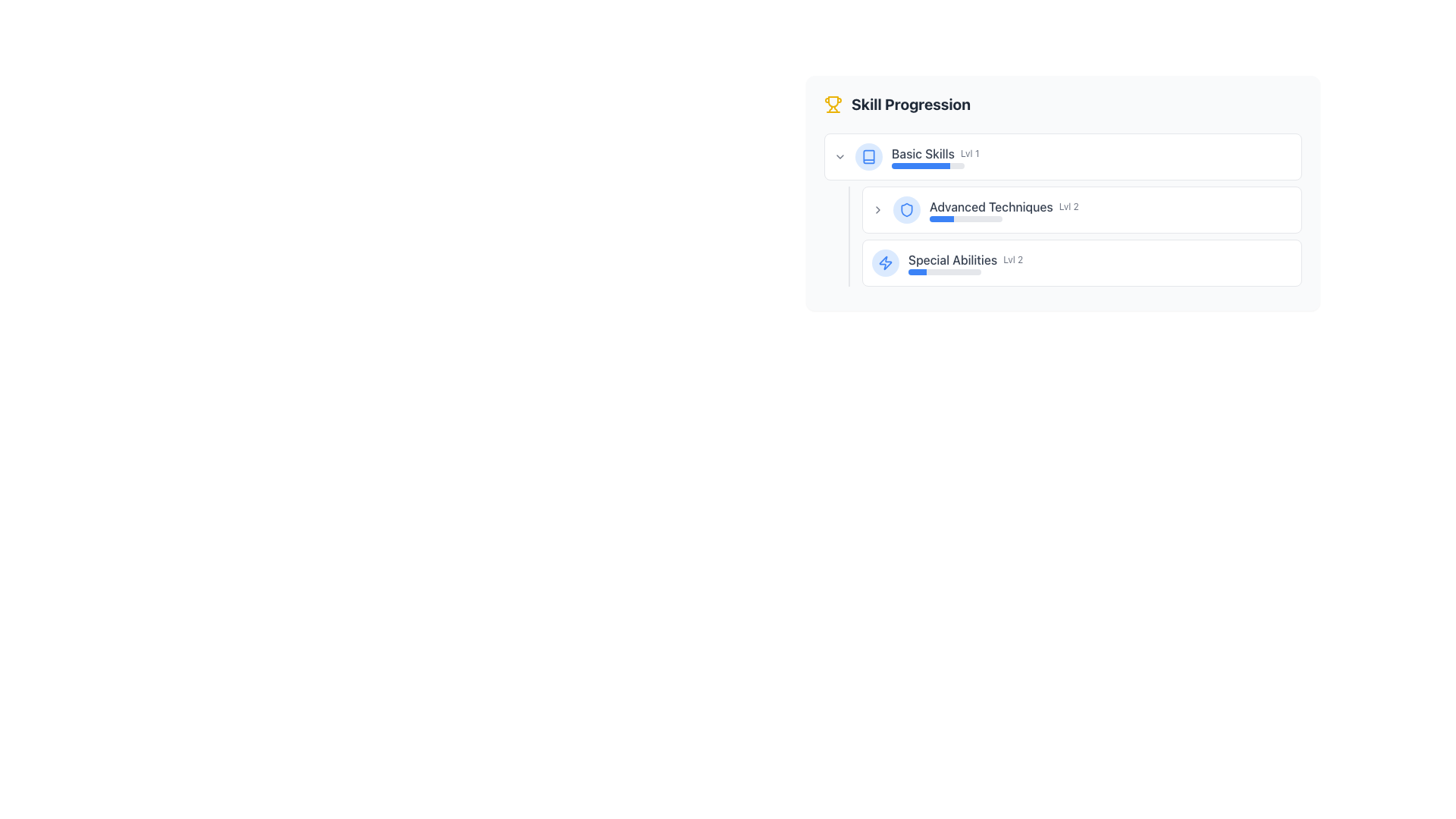  Describe the element at coordinates (916, 271) in the screenshot. I see `the blue progress bar segment within the 'Special Abilities' section of the 'Skill Progression' interface, indicating the completion percentage visually` at that location.